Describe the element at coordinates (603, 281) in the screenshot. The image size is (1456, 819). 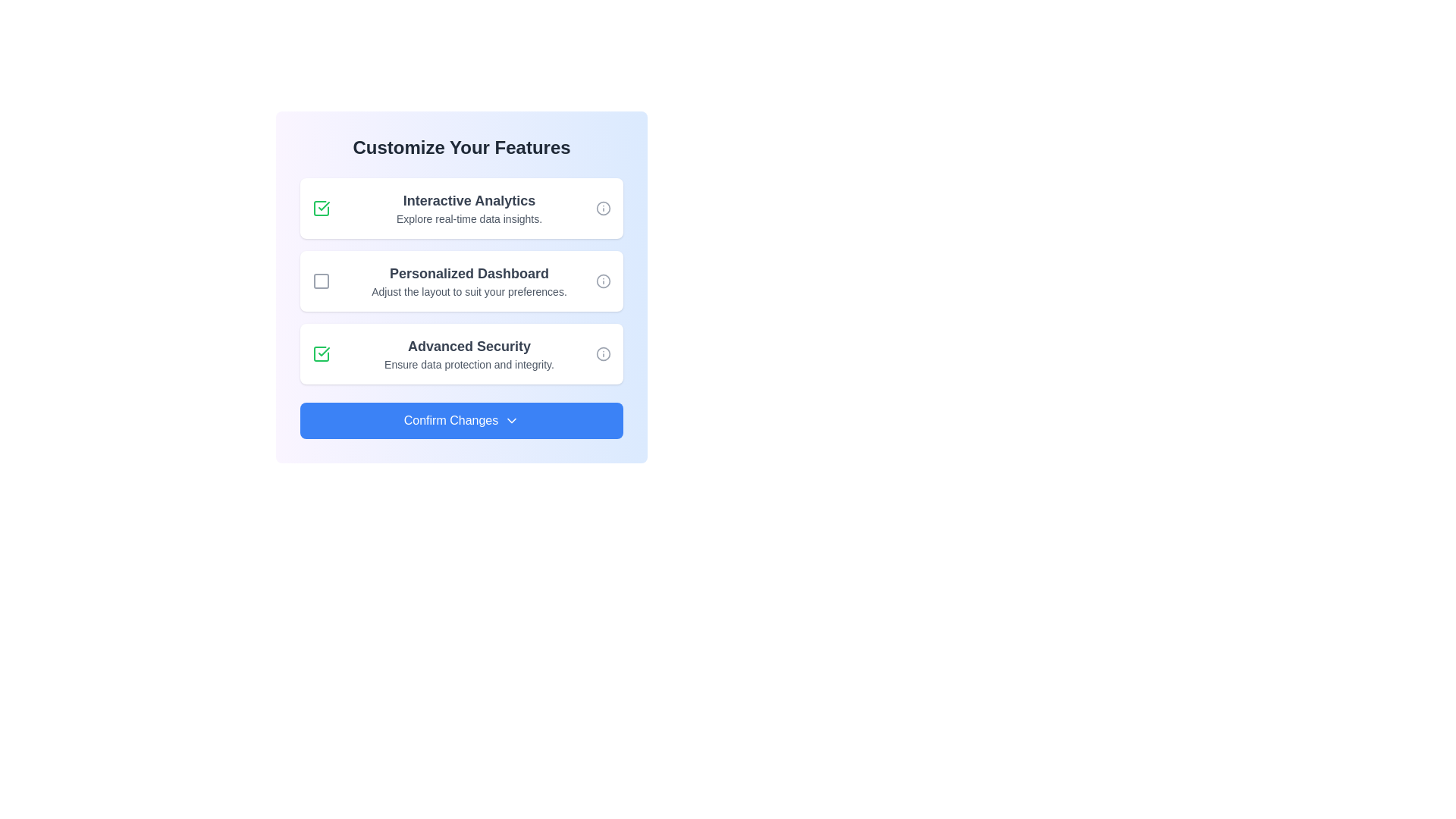
I see `the circular vector graphic icon located within the 'Customize Your Features' section, aligned to the right of 'Personalized Dashboard'` at that location.